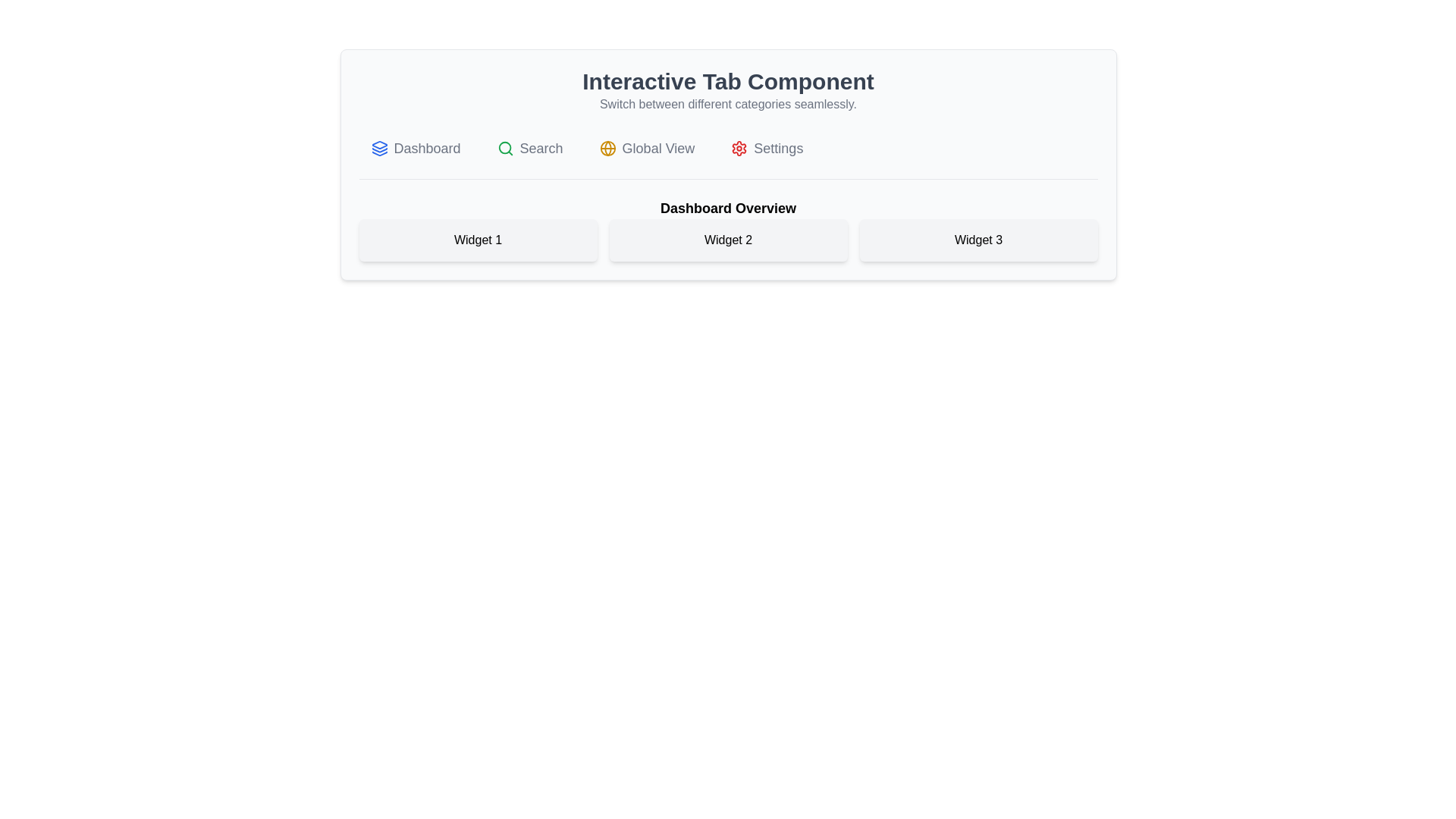  I want to click on the small green-colored search icon styled like a magnifying glass, which is part of the 'Search' navigation option in the toolbar beneath the title 'Interactive Tab Component', so click(505, 149).